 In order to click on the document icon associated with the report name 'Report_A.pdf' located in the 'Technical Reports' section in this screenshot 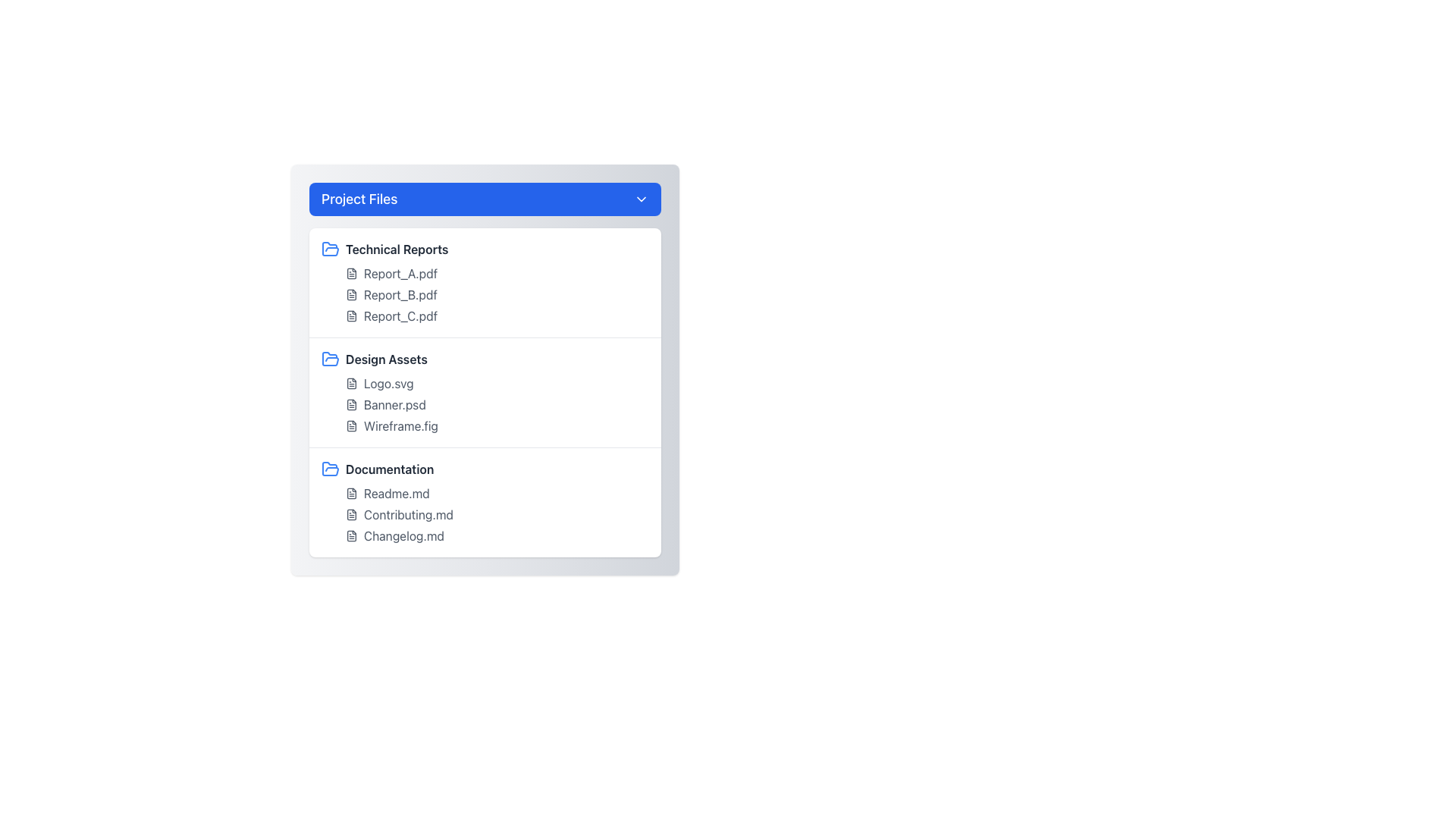, I will do `click(351, 274)`.